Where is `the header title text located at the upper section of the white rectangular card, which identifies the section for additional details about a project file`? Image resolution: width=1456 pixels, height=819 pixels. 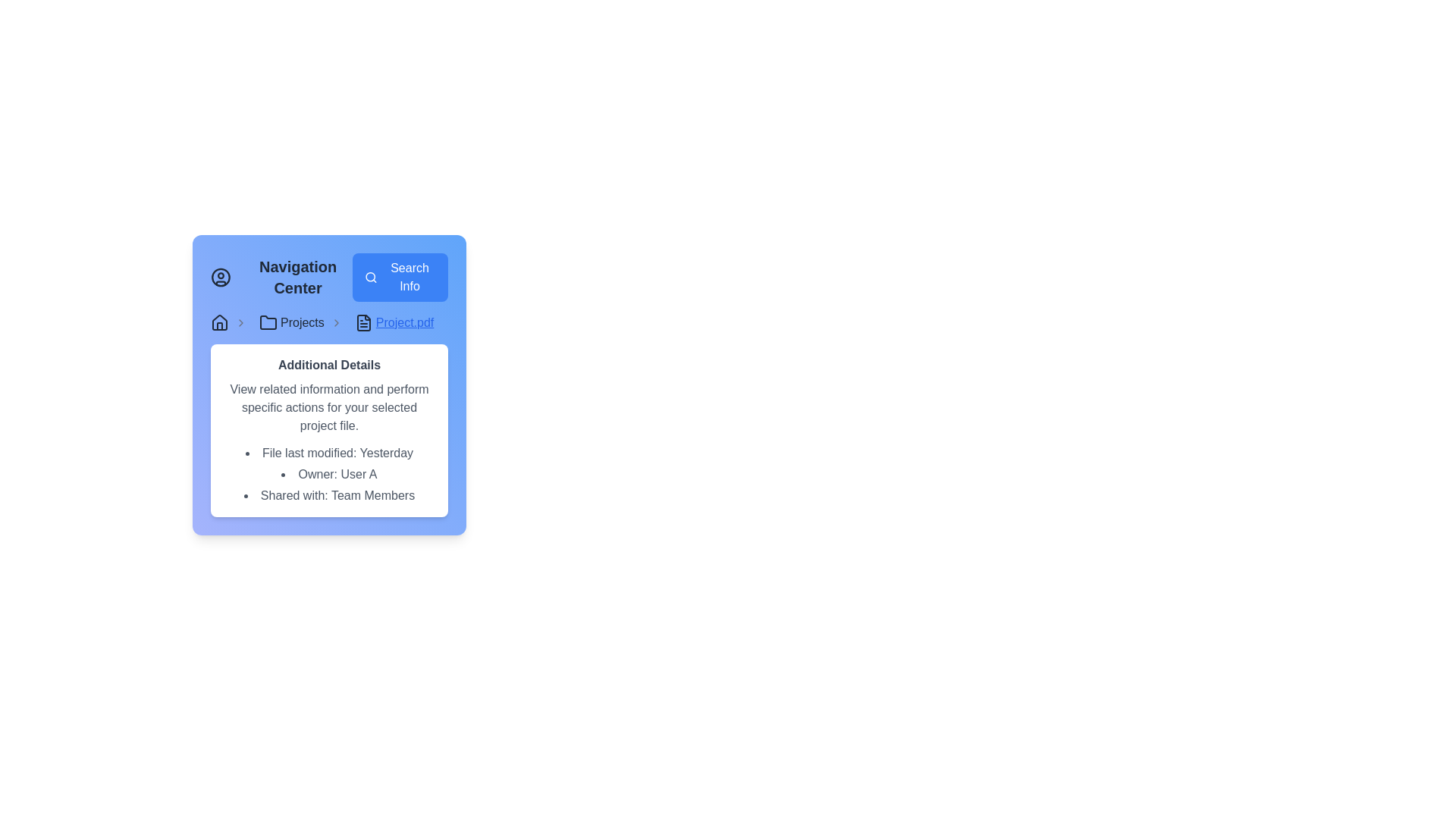 the header title text located at the upper section of the white rectangular card, which identifies the section for additional details about a project file is located at coordinates (328, 366).